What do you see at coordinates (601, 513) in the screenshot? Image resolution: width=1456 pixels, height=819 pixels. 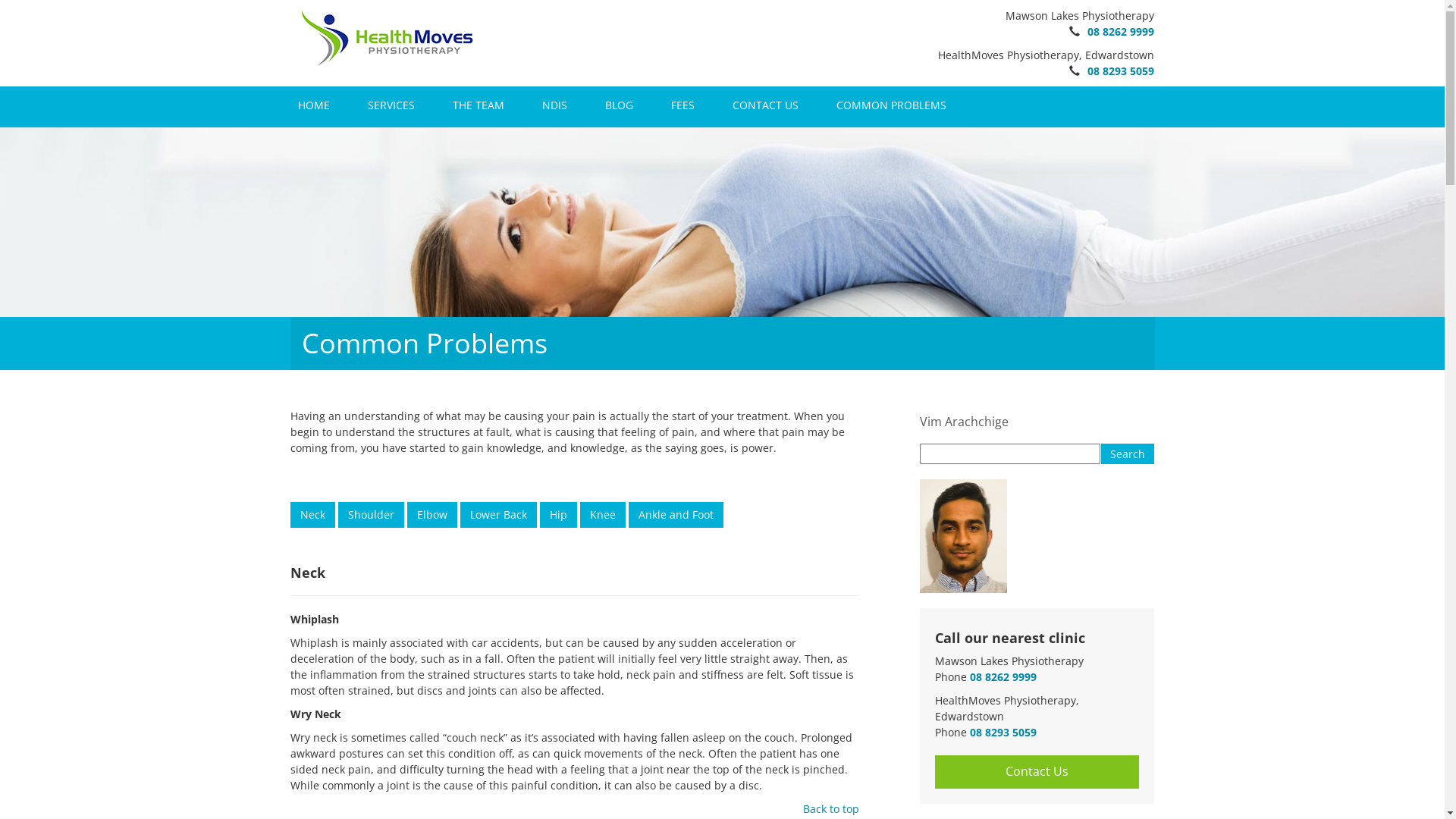 I see `'Knee'` at bounding box center [601, 513].